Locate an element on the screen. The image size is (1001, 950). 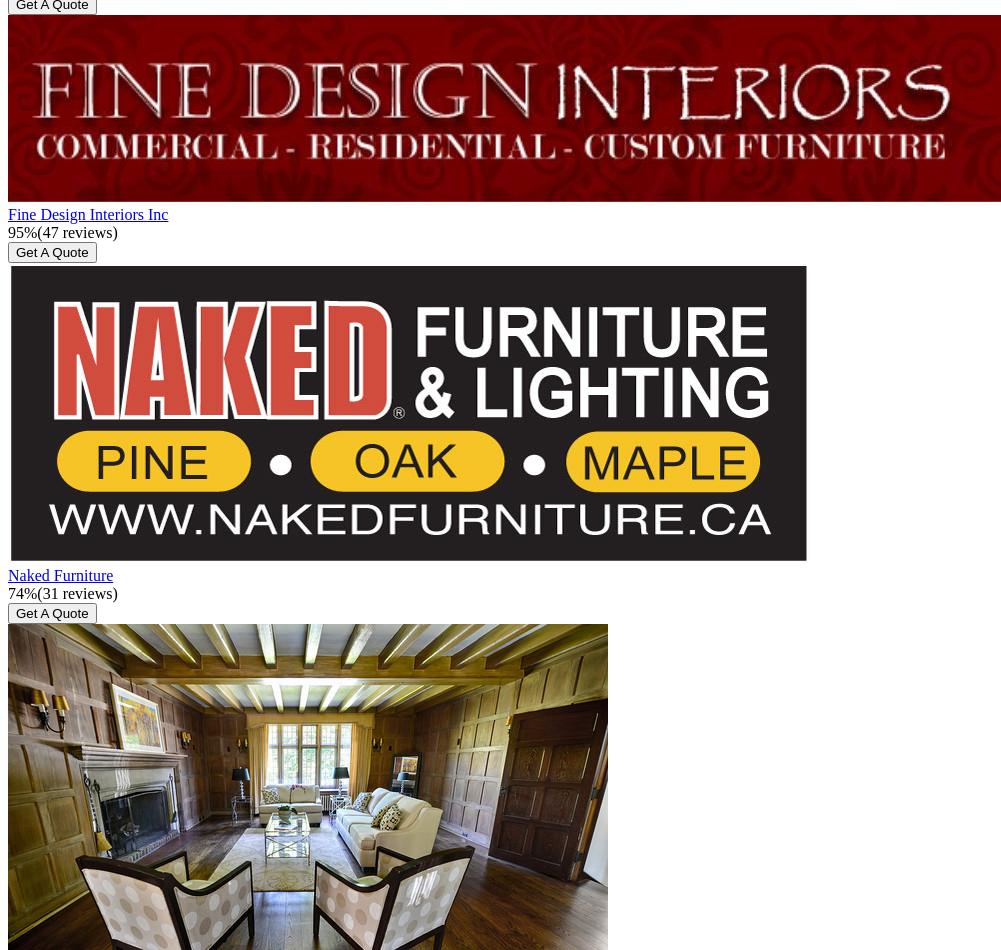
'74' is located at coordinates (16, 592).